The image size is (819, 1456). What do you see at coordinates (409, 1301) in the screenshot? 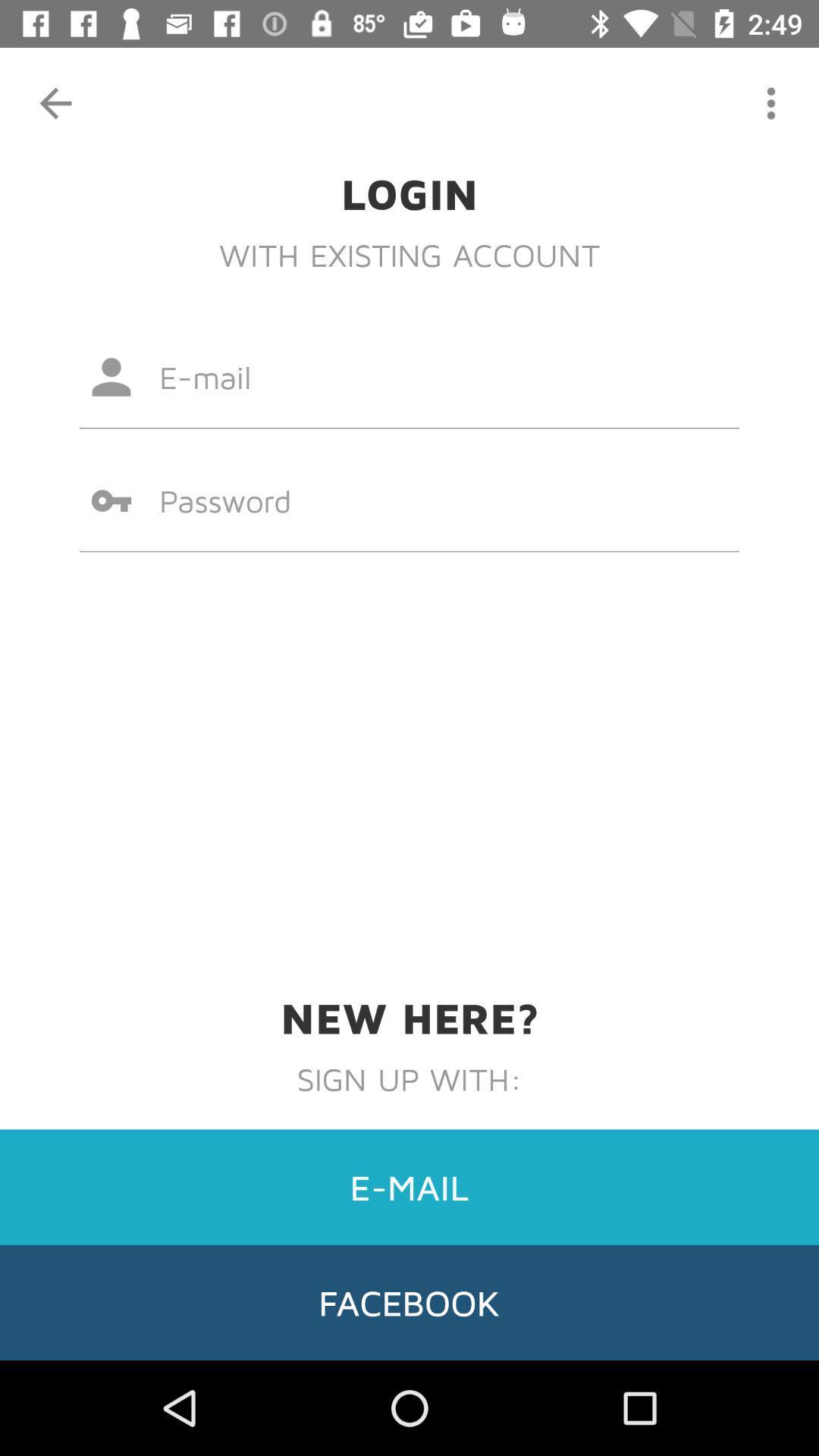
I see `facebook item` at bounding box center [409, 1301].